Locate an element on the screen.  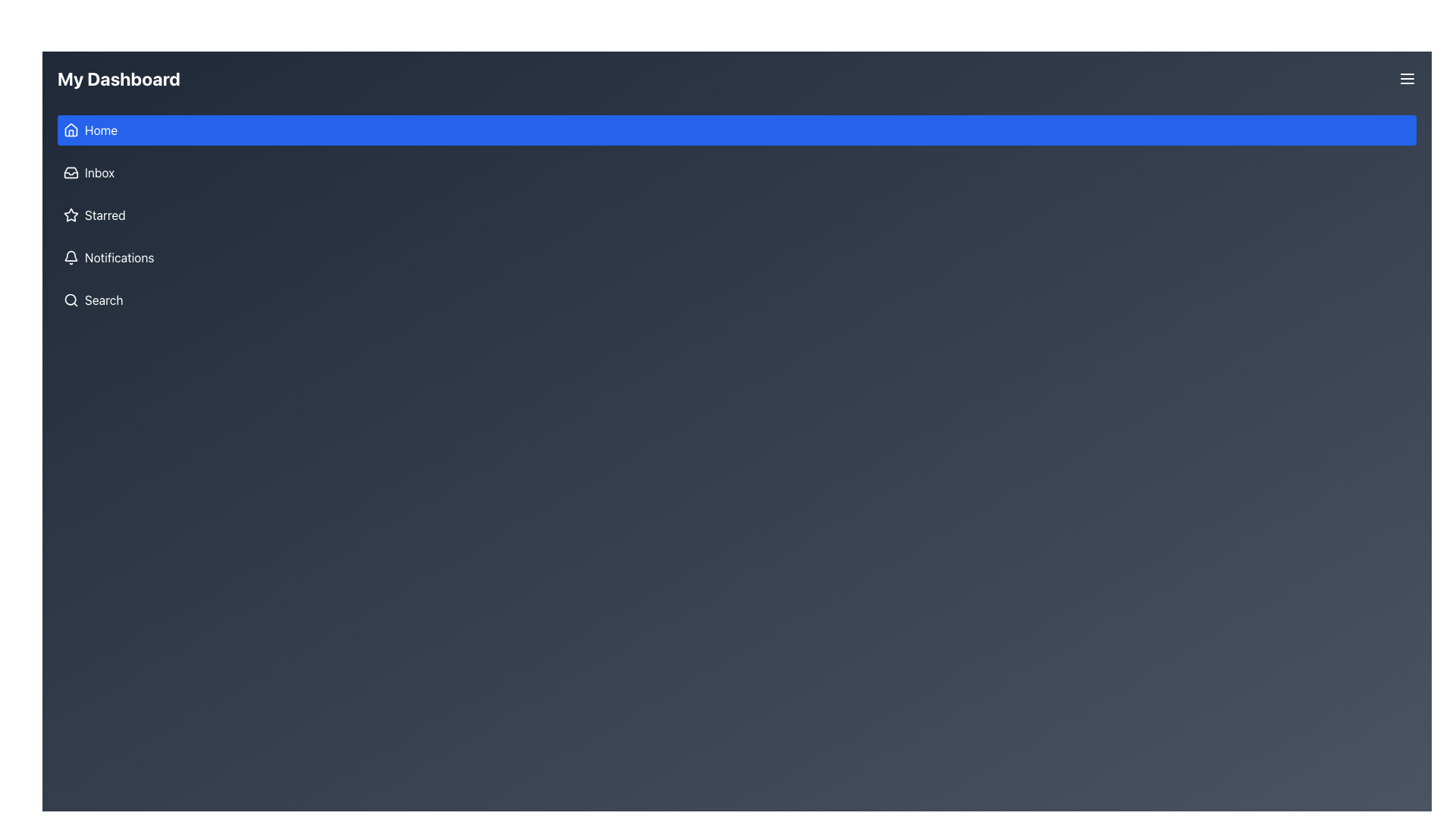
the 'Inbox' icon in the left-side navigation menu, which is characterized by a geometric outline depicting a 3D perspective and styled with line art is located at coordinates (71, 171).